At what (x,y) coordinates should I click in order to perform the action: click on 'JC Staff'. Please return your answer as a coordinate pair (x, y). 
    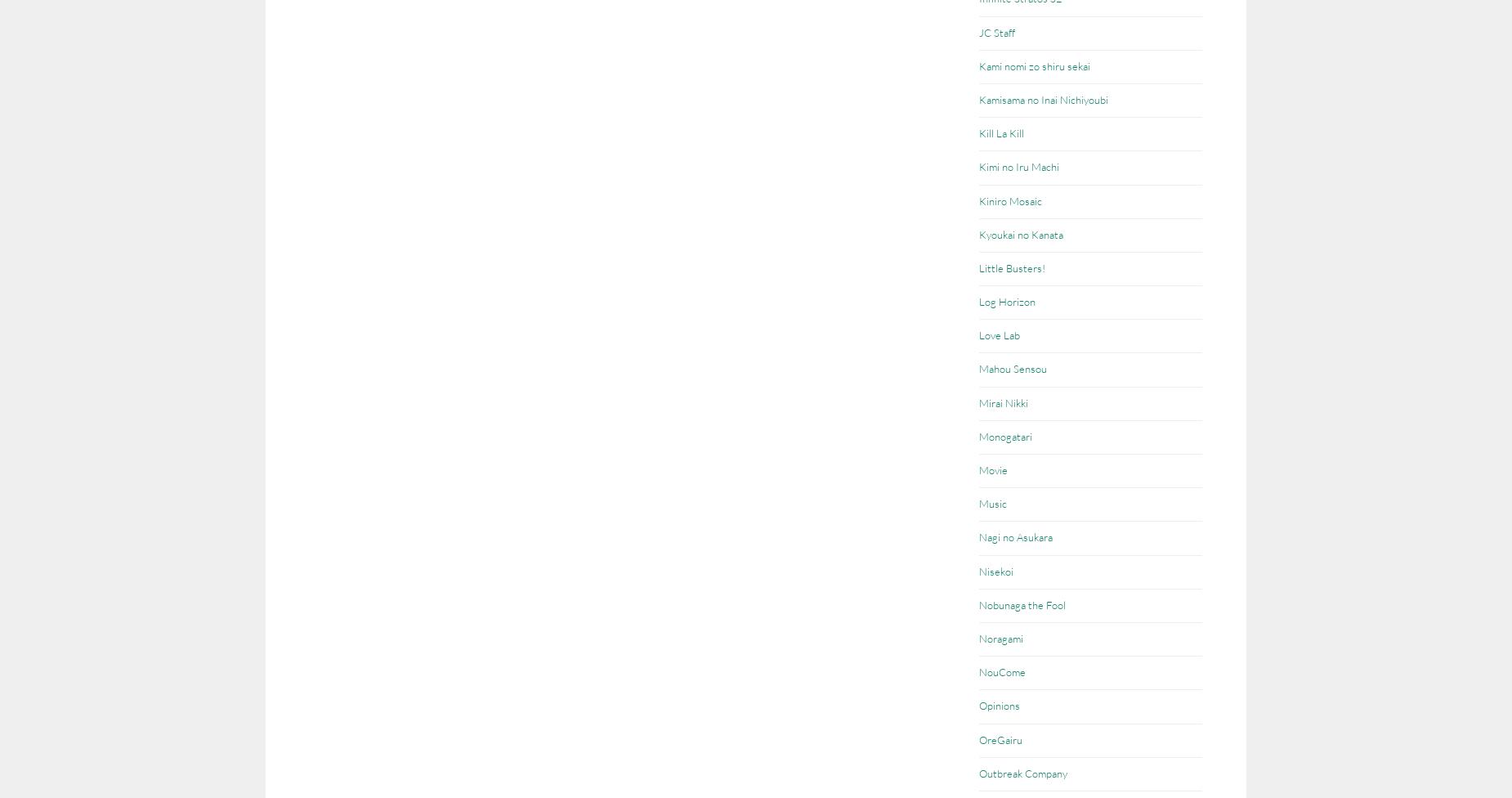
    Looking at the image, I should click on (996, 32).